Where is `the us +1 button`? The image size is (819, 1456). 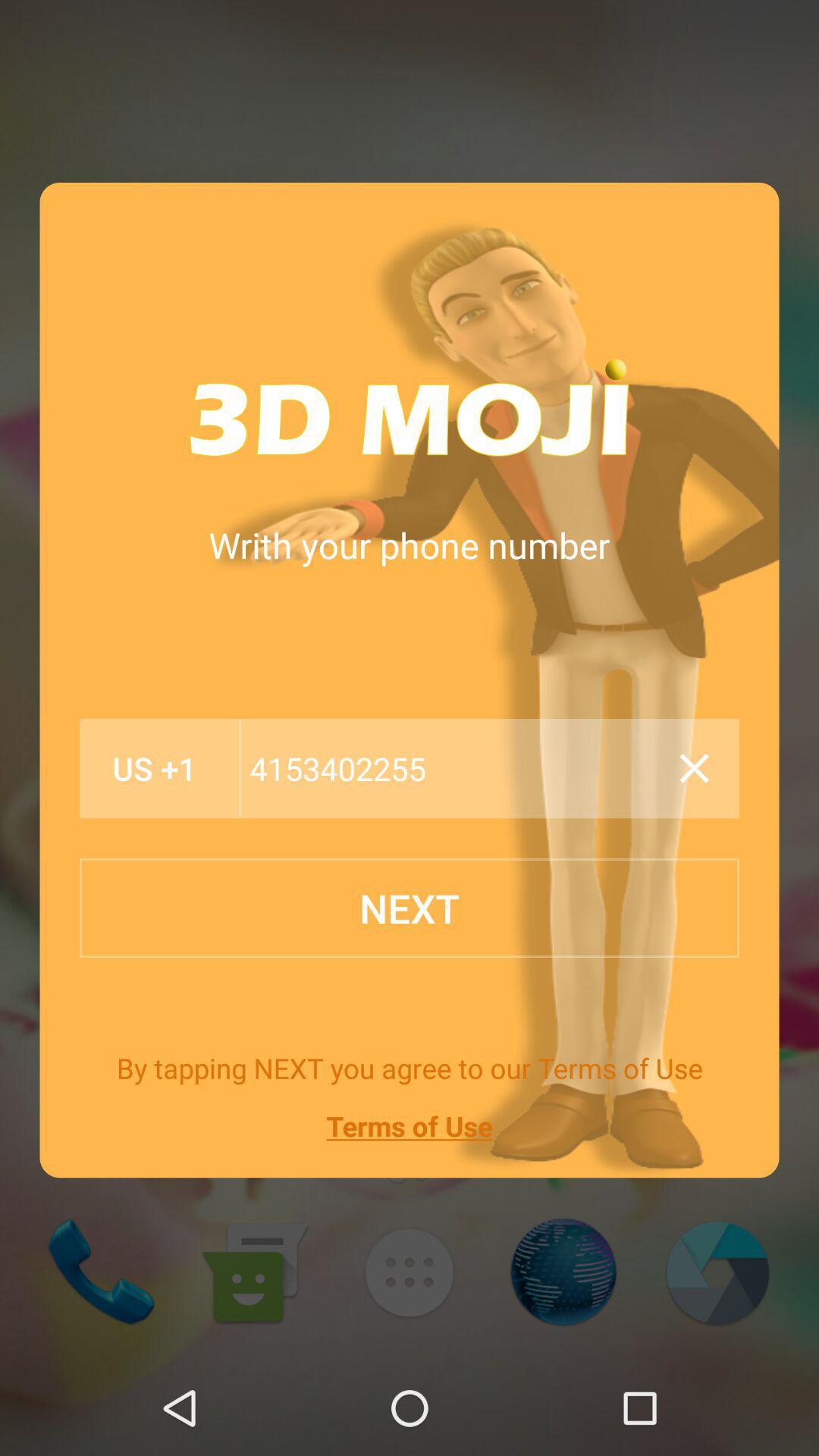 the us +1 button is located at coordinates (155, 768).